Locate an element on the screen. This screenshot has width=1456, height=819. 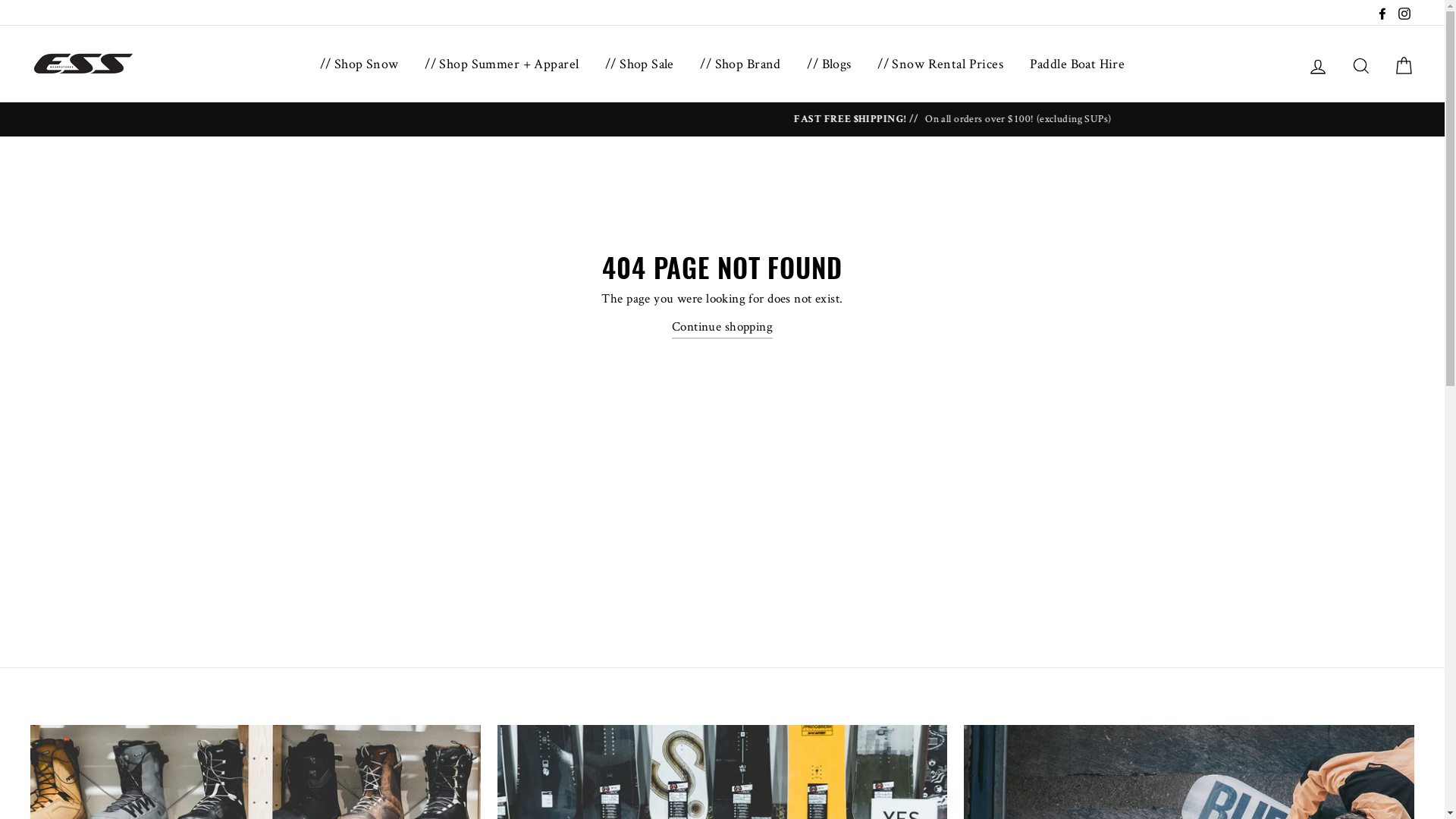
'Instagram' is located at coordinates (1404, 12).